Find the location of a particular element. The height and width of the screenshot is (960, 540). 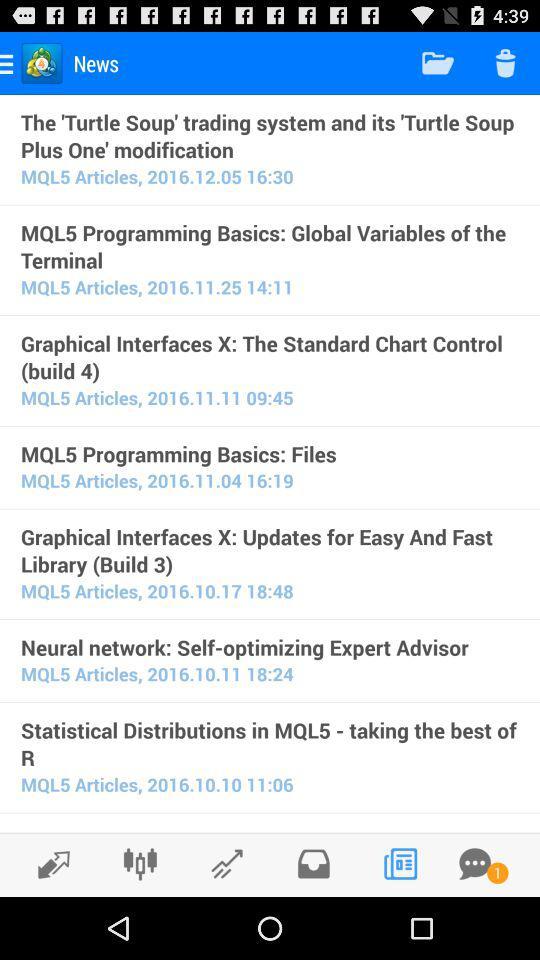

go back is located at coordinates (48, 863).